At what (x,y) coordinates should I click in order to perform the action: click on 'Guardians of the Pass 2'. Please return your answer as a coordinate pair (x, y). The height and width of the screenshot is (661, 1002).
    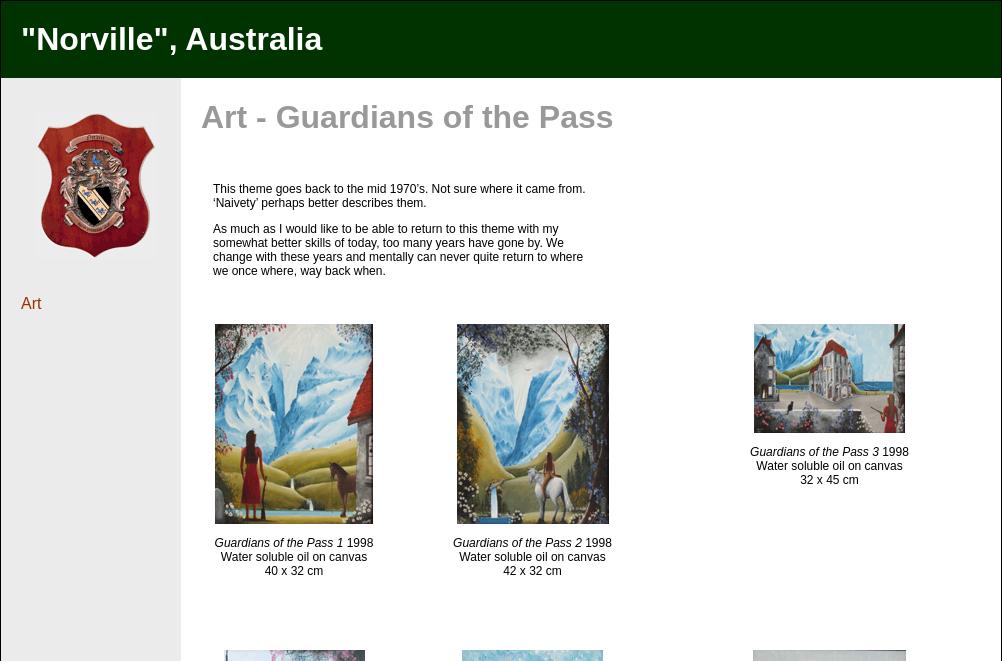
    Looking at the image, I should click on (517, 542).